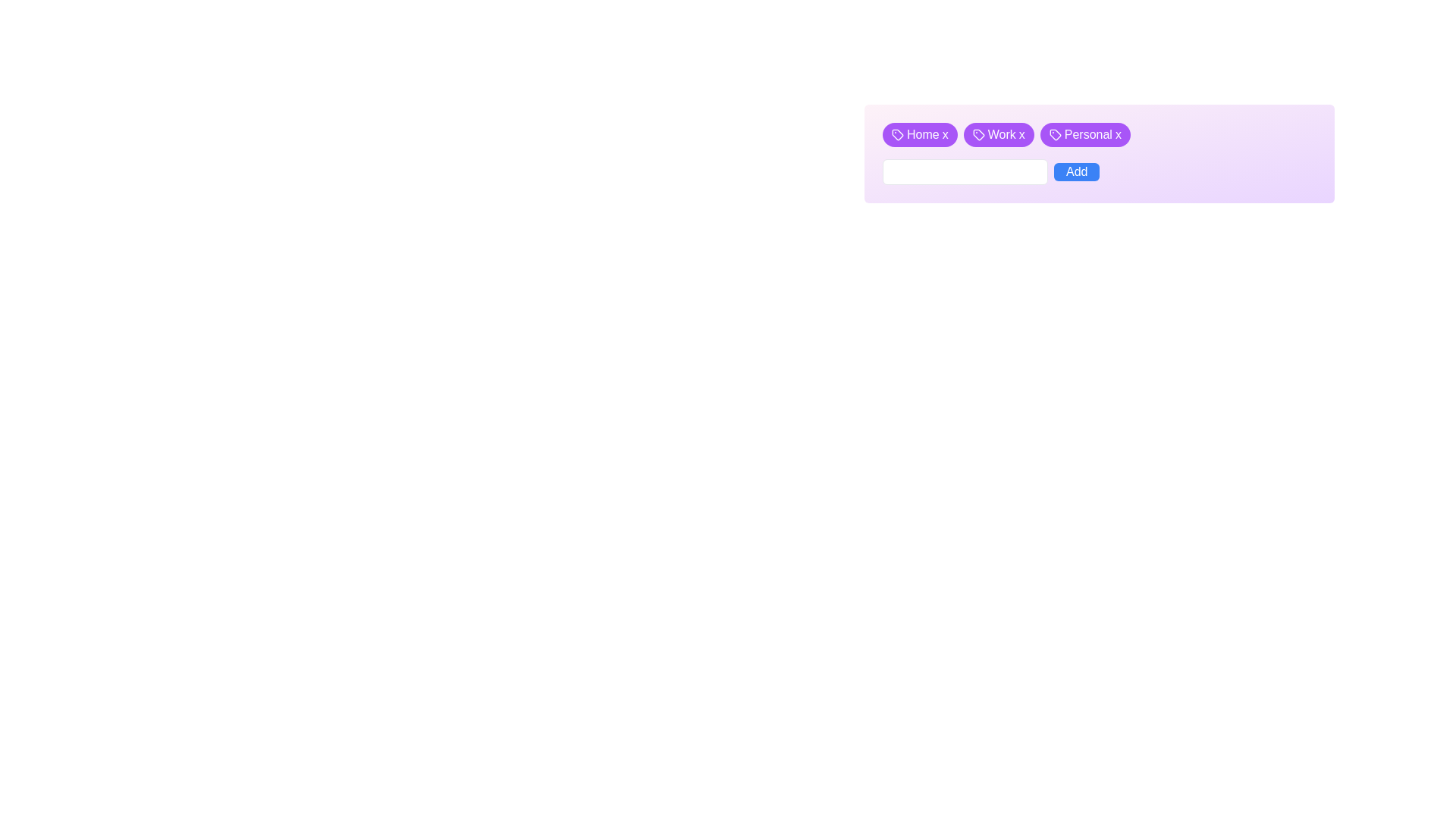  Describe the element at coordinates (1087, 133) in the screenshot. I see `the 'Personal' label embedded in the third button located in the top-right corner of the interface, which is positioned between the 'Work' button and the close 'x' button` at that location.